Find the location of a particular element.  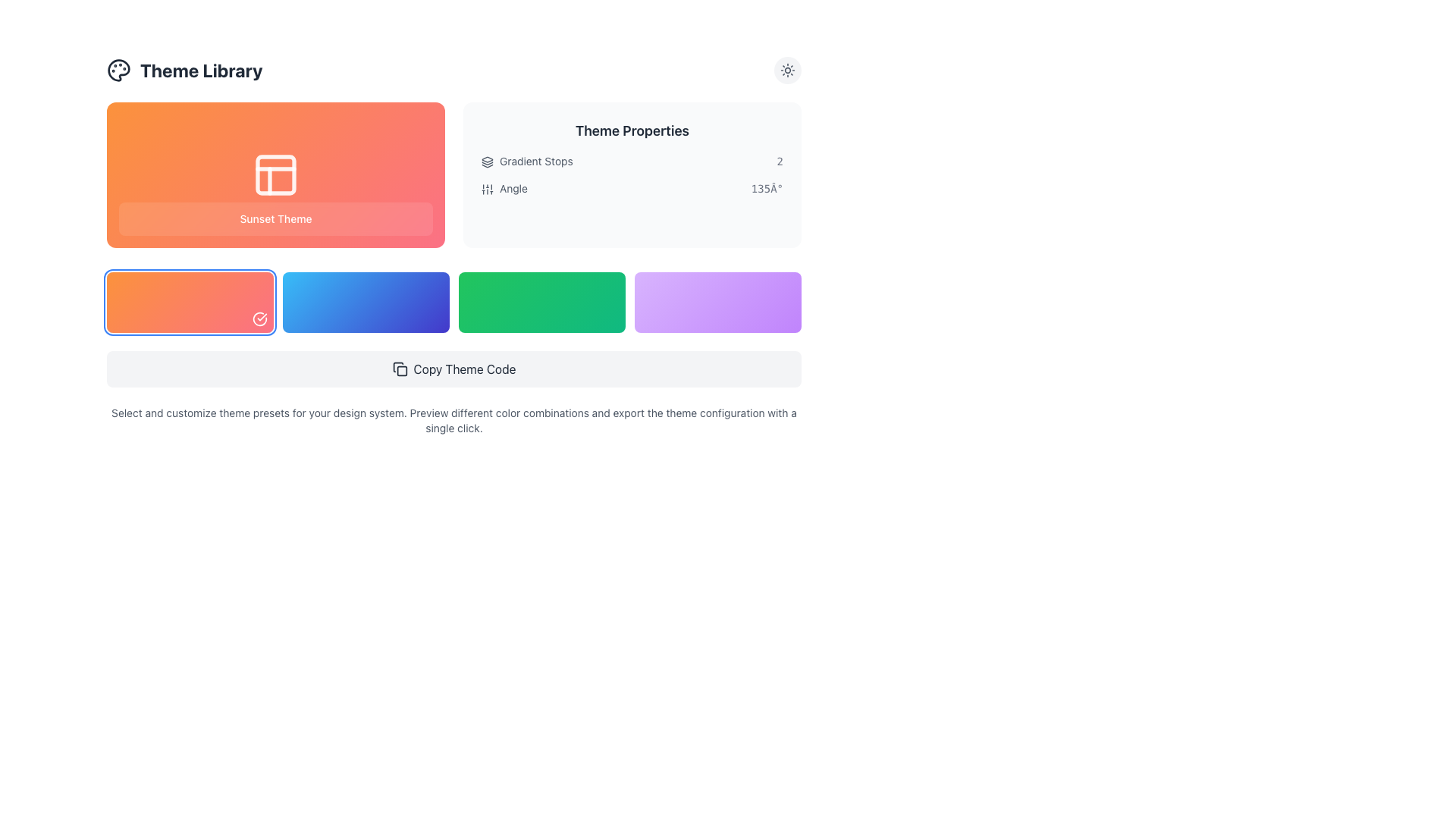

the small, rounded rectangle located at the upper-left part of the 'Sunset Theme' icon, which is part of the orange rectangular card is located at coordinates (276, 174).